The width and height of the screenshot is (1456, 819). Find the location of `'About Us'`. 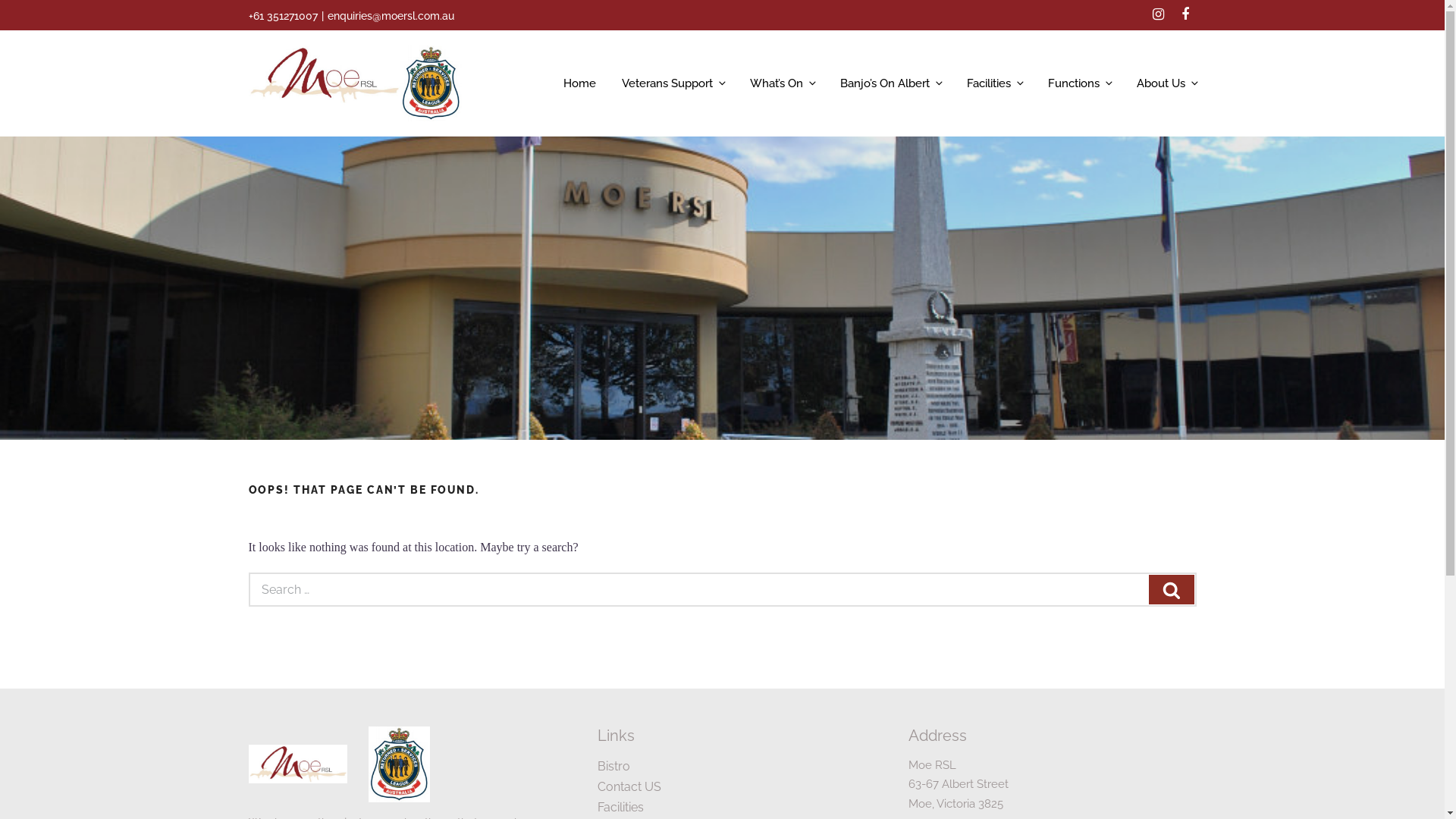

'About Us' is located at coordinates (1160, 83).